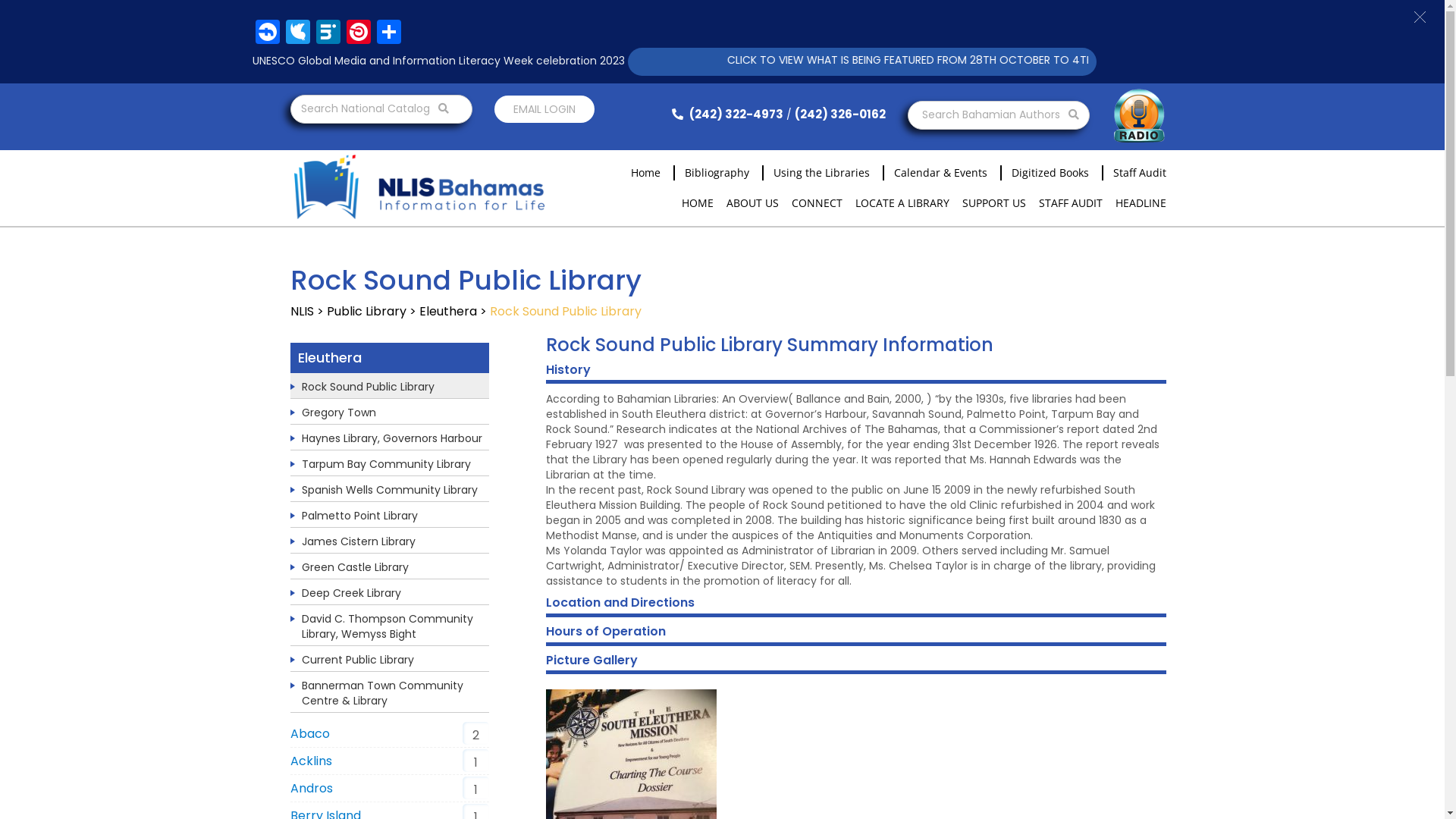  Describe the element at coordinates (341, 33) in the screenshot. I see `'Pinterest'` at that location.